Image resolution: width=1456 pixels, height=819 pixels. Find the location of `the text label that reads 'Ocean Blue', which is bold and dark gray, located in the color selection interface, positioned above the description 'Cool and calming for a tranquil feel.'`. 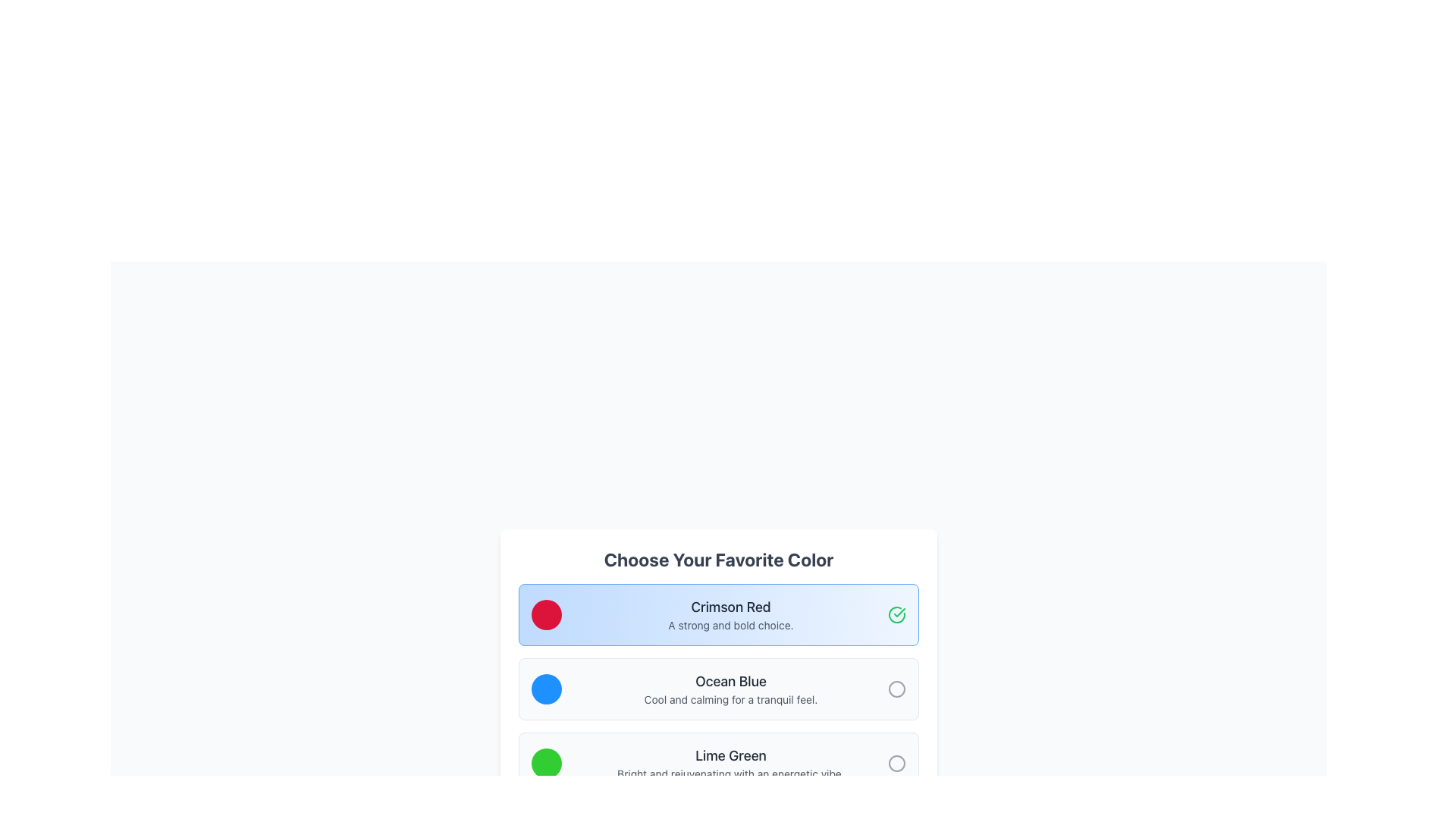

the text label that reads 'Ocean Blue', which is bold and dark gray, located in the color selection interface, positioned above the description 'Cool and calming for a tranquil feel.' is located at coordinates (731, 680).